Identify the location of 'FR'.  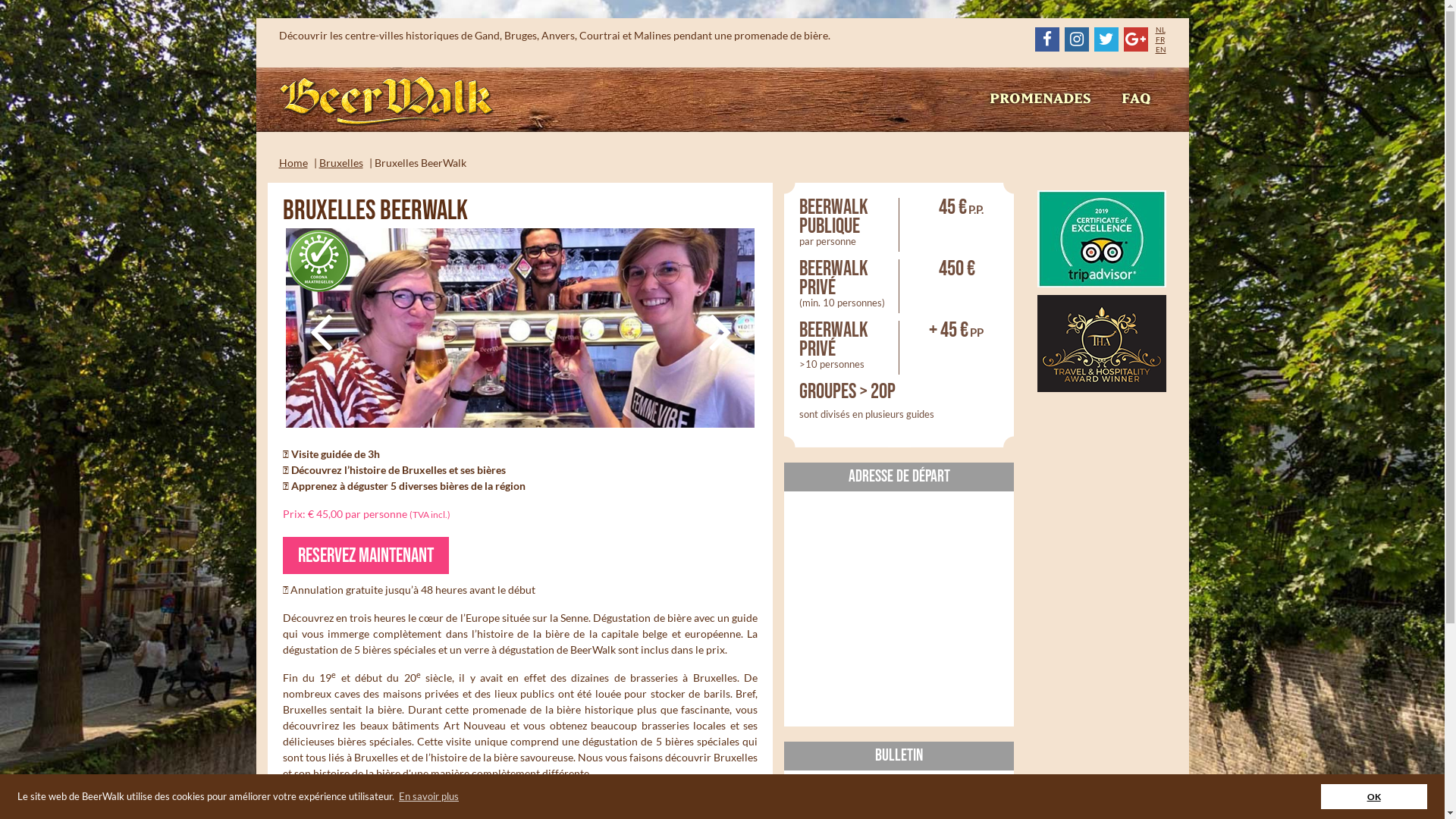
(1159, 38).